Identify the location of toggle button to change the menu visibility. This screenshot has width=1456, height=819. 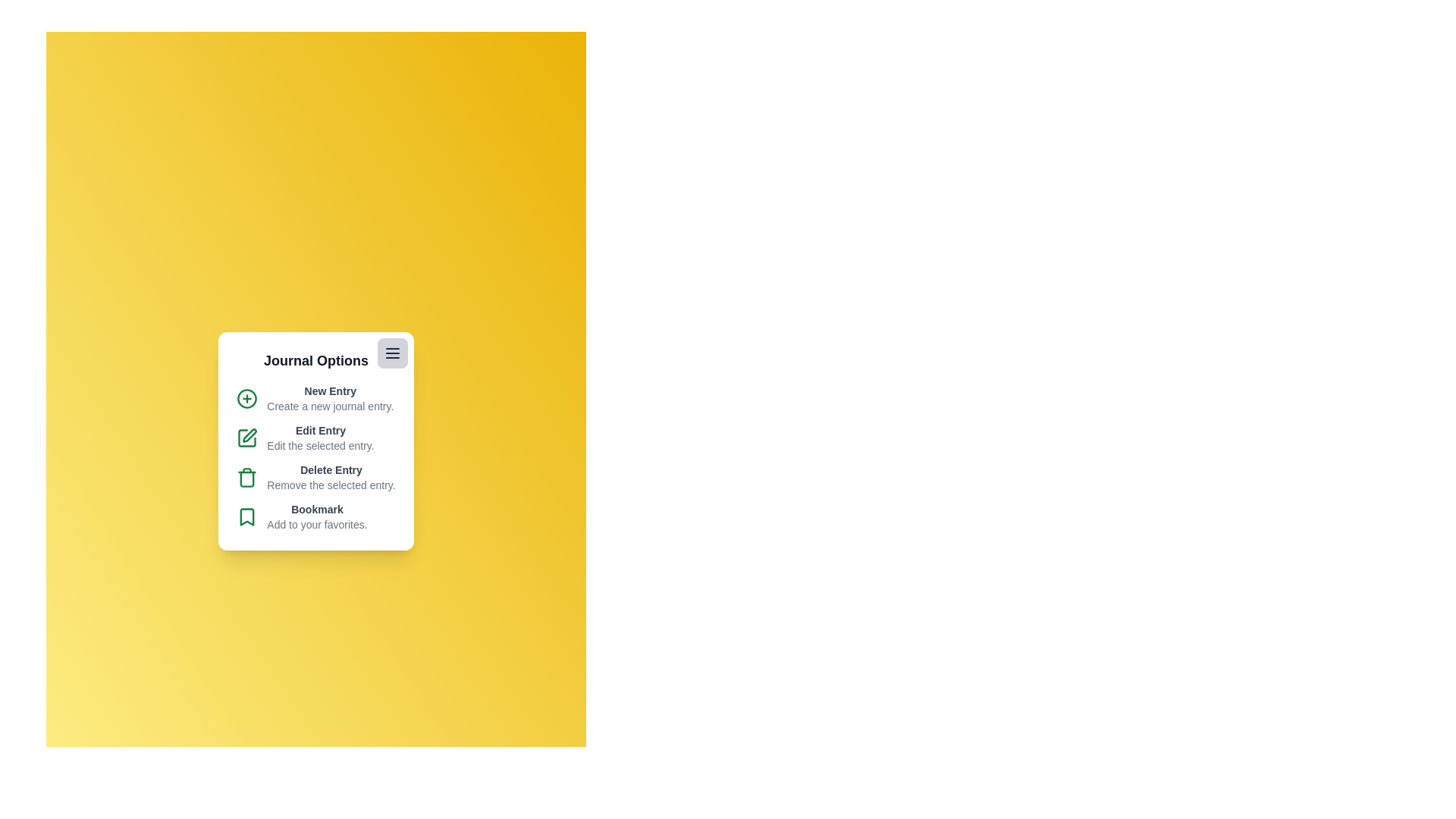
(392, 353).